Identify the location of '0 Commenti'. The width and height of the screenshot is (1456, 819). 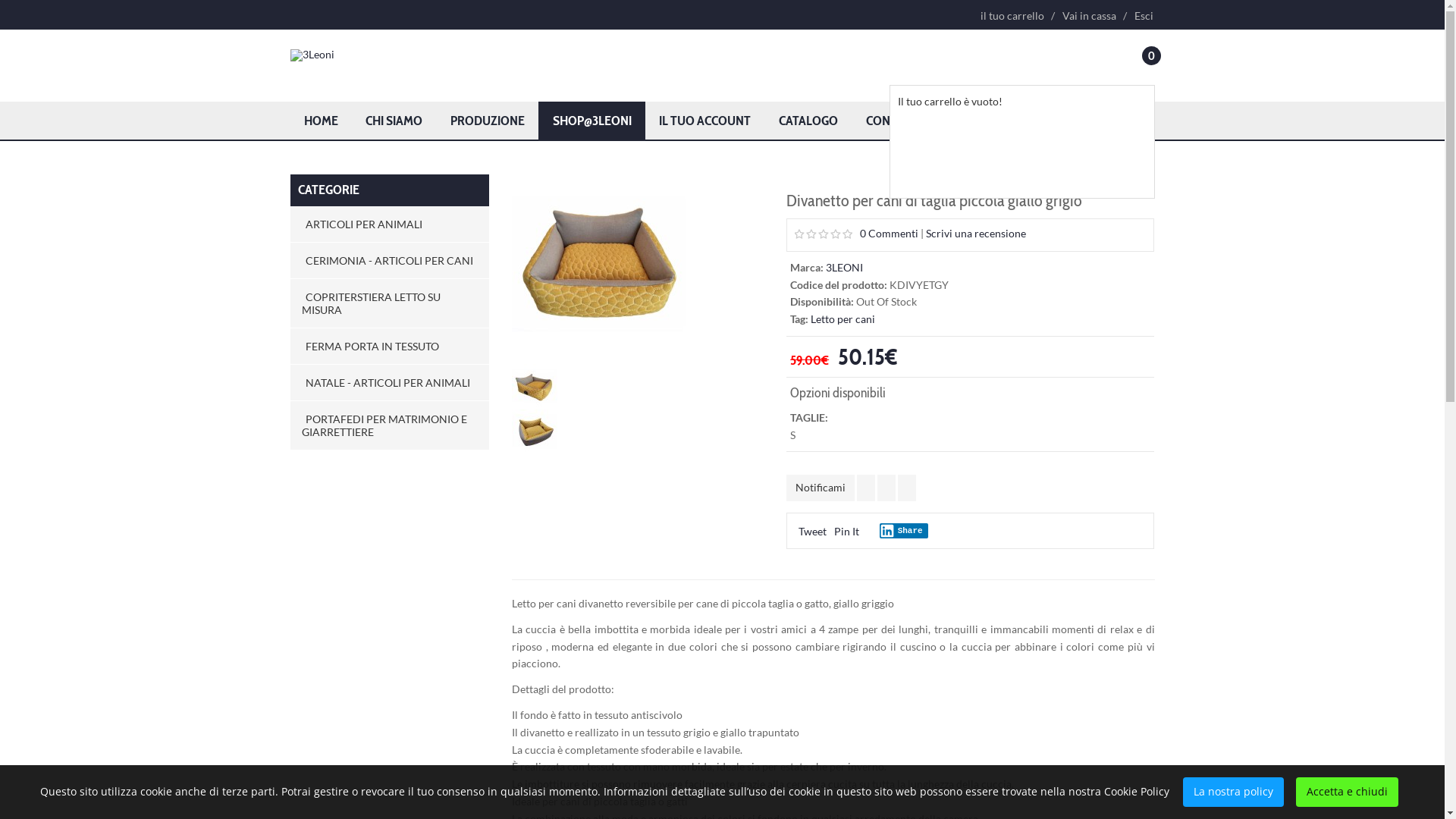
(859, 233).